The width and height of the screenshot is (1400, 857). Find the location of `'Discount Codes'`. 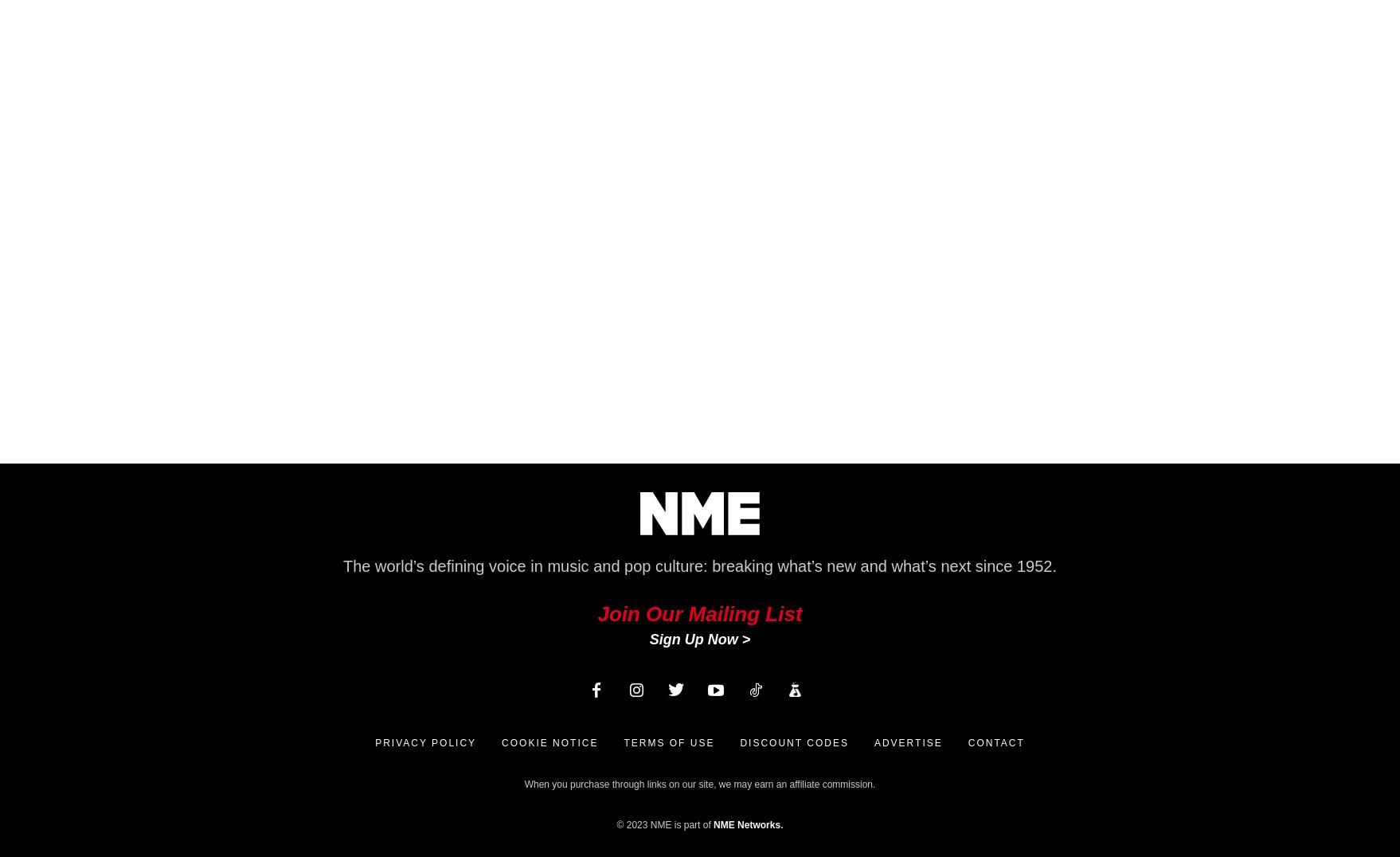

'Discount Codes' is located at coordinates (739, 742).